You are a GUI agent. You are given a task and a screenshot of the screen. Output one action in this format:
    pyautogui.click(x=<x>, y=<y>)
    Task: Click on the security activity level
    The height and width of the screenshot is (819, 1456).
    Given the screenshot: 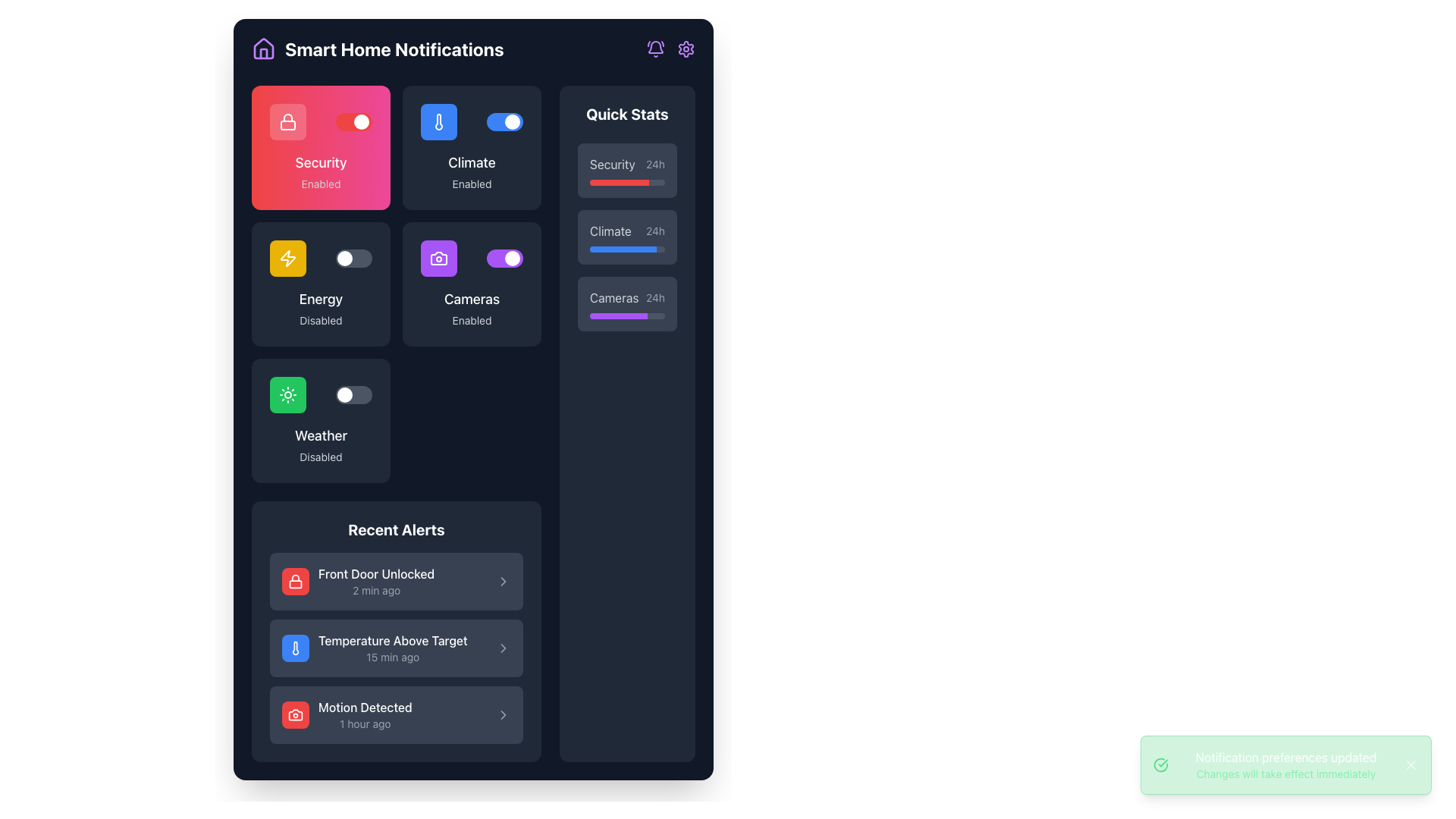 What is the action you would take?
    pyautogui.click(x=592, y=181)
    